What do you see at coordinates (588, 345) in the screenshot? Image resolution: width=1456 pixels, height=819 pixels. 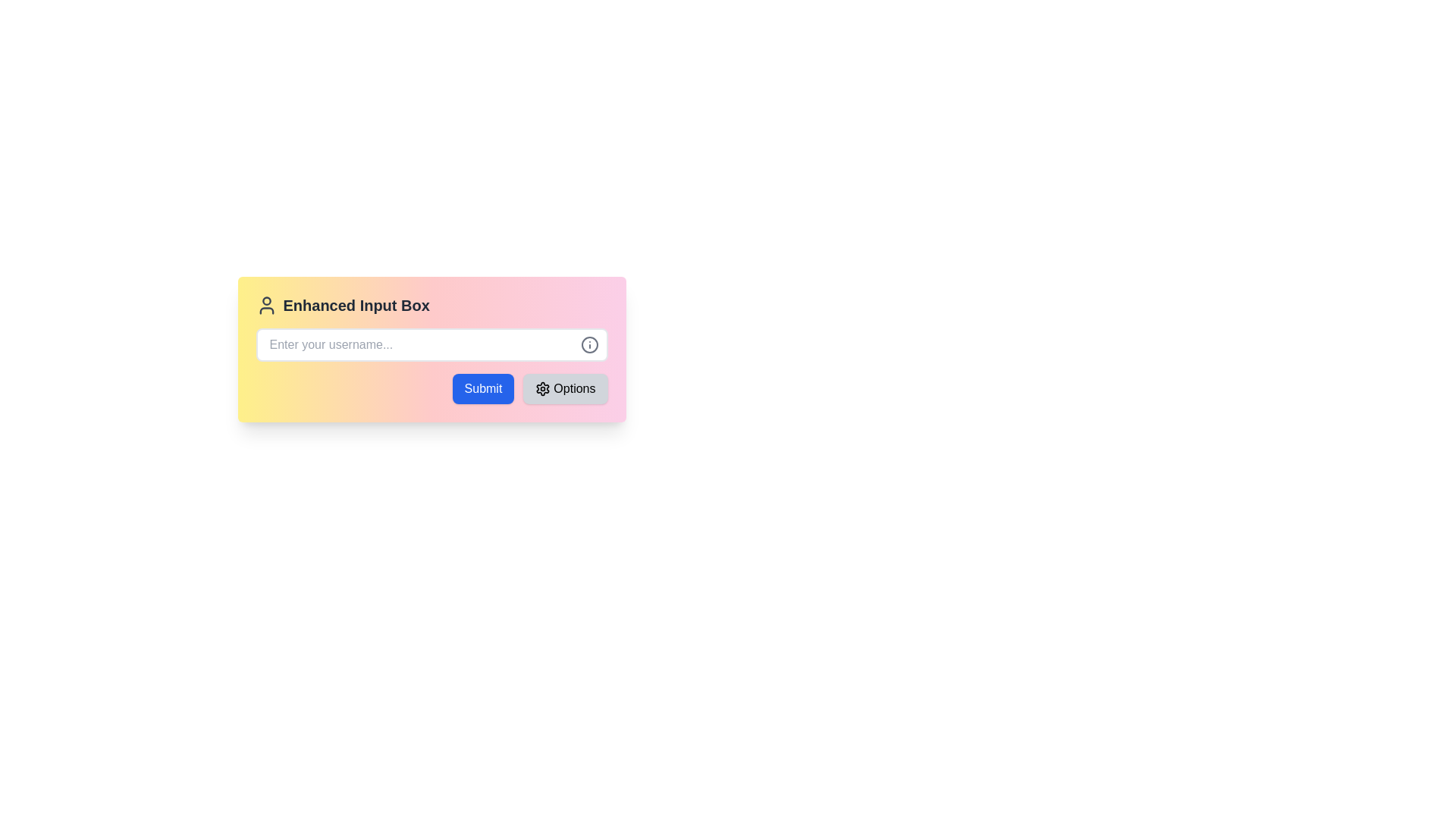 I see `the informational tooltip icon located at the far right inside the enhanced input box area, aligned vertically to the center of the input text field` at bounding box center [588, 345].